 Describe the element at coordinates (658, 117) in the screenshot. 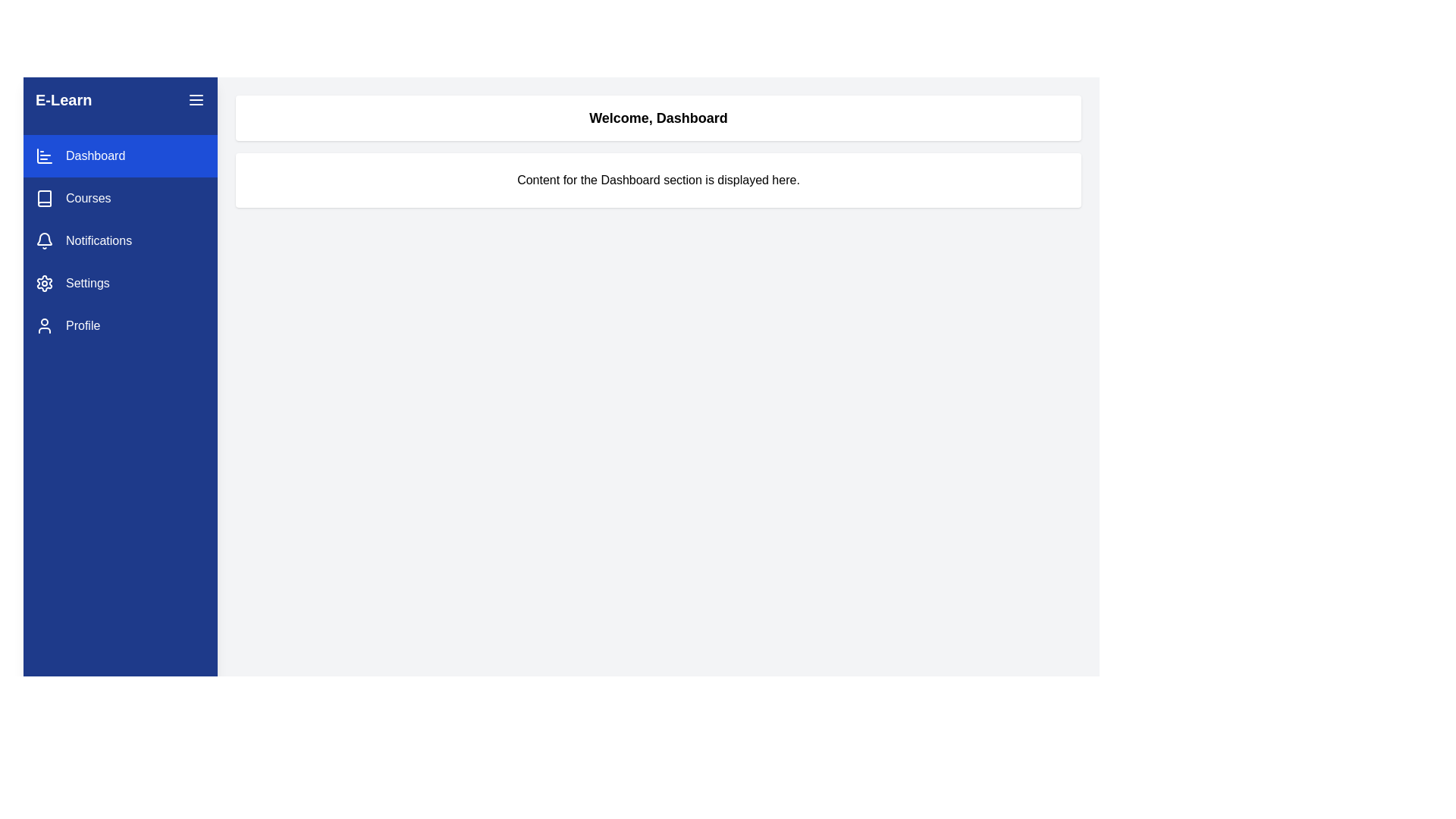

I see `the static text block that serves as the heading or welcome message for the dashboard page, located at the upper section of the main content area` at that location.